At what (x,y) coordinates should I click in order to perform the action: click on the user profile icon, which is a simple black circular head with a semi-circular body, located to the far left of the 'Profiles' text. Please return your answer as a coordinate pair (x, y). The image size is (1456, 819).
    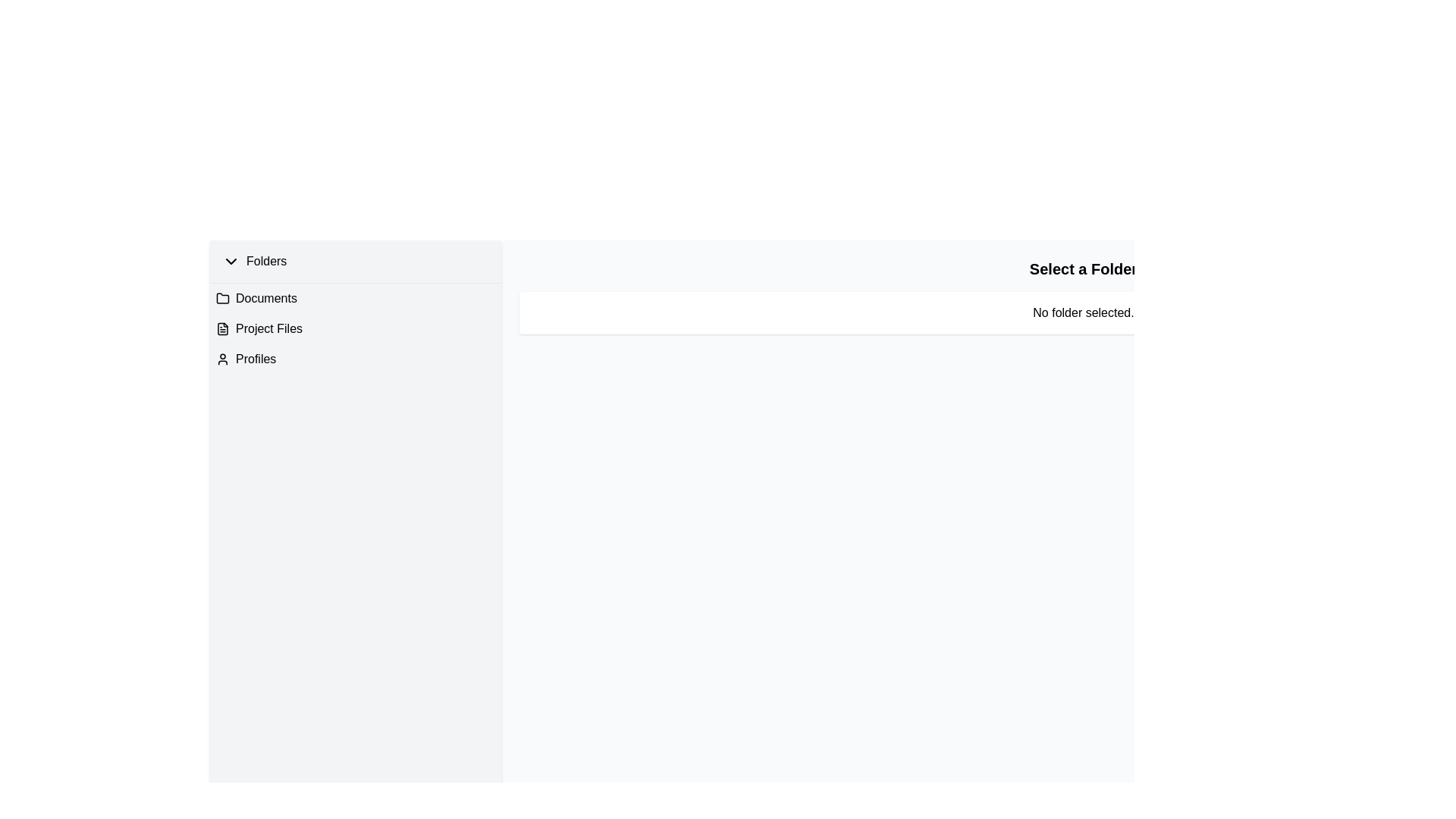
    Looking at the image, I should click on (221, 359).